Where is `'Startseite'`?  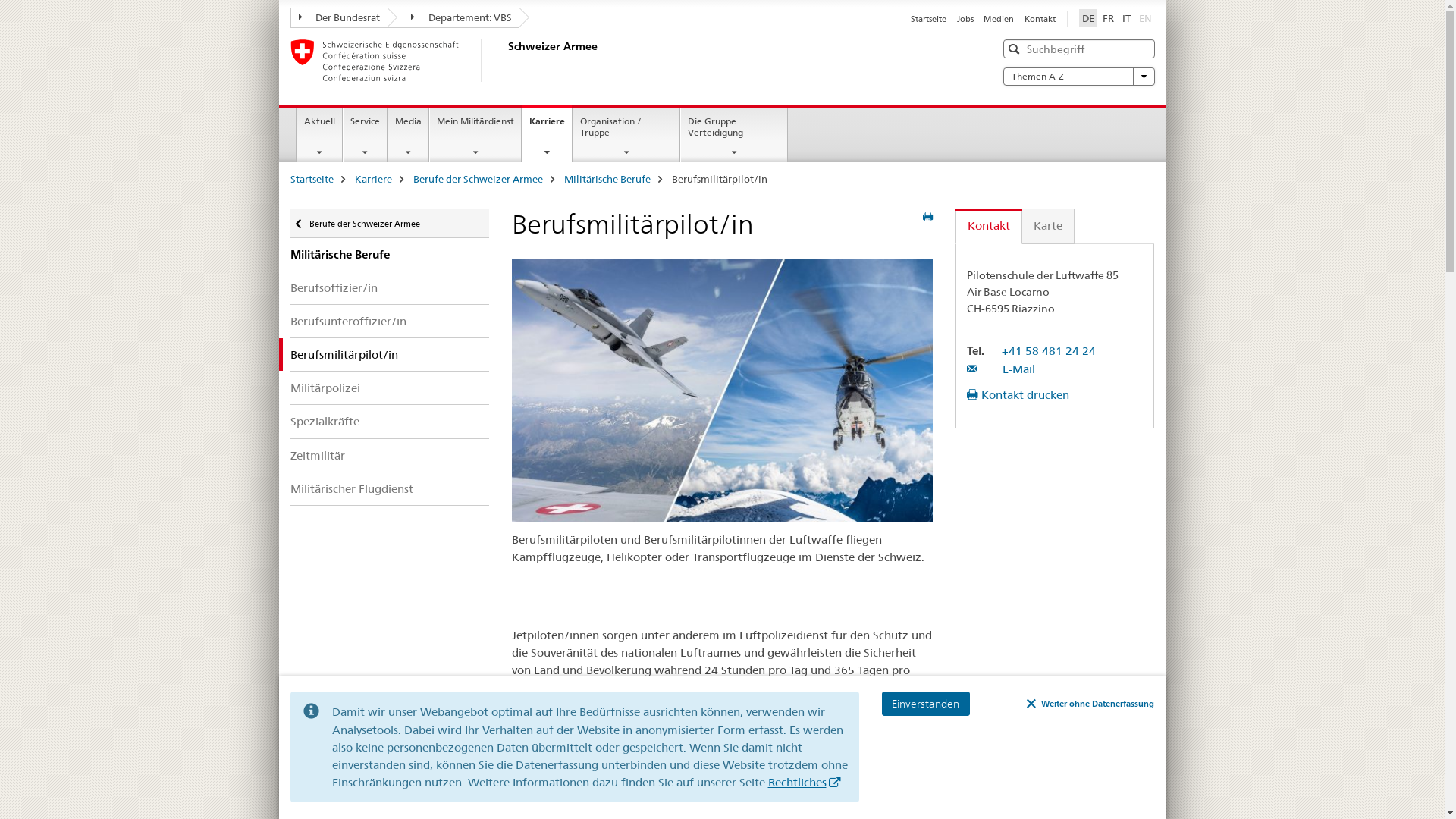
'Startseite' is located at coordinates (310, 177).